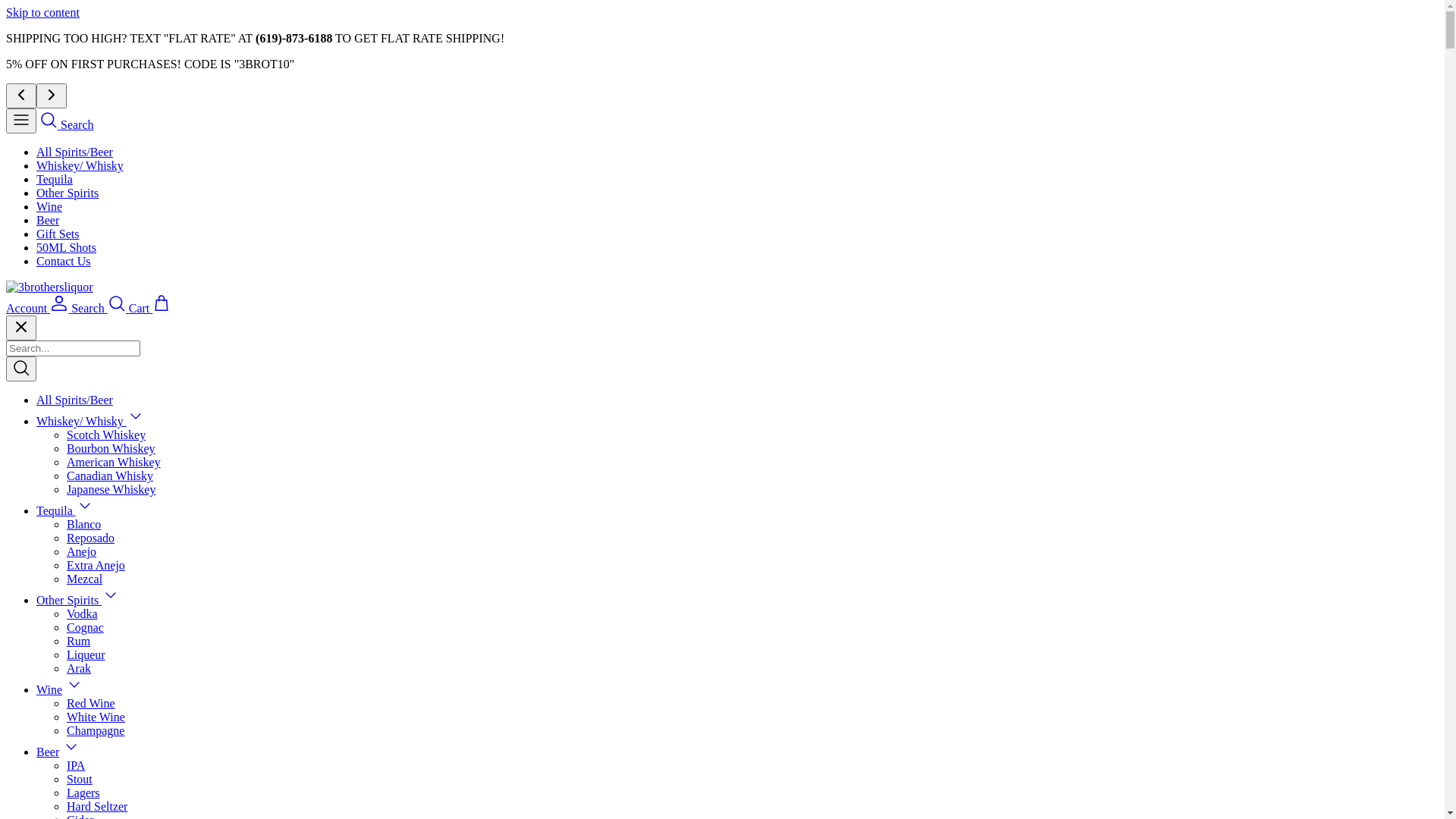  What do you see at coordinates (94, 730) in the screenshot?
I see `'Champagne'` at bounding box center [94, 730].